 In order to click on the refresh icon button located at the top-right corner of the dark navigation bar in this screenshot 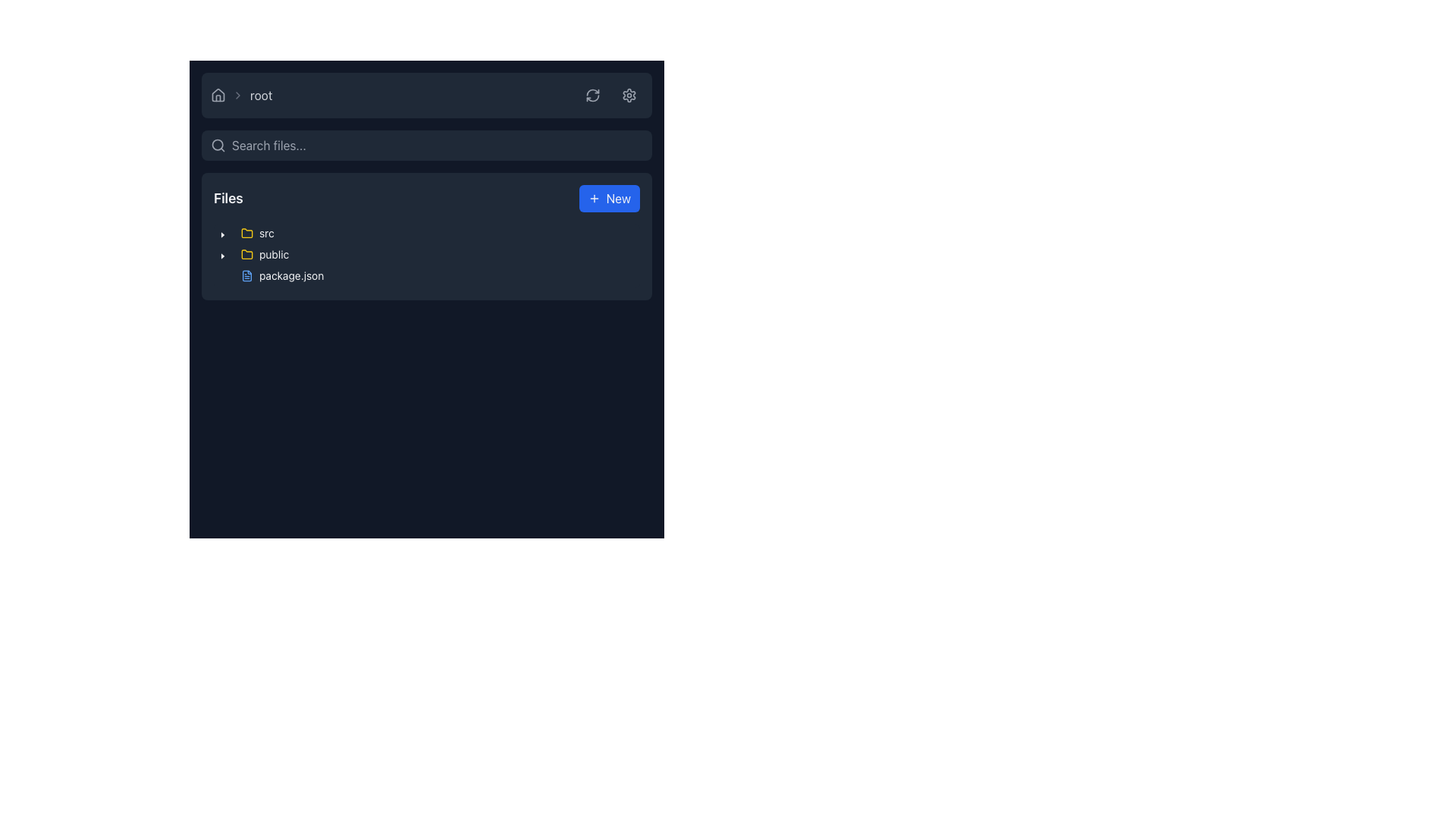, I will do `click(592, 96)`.